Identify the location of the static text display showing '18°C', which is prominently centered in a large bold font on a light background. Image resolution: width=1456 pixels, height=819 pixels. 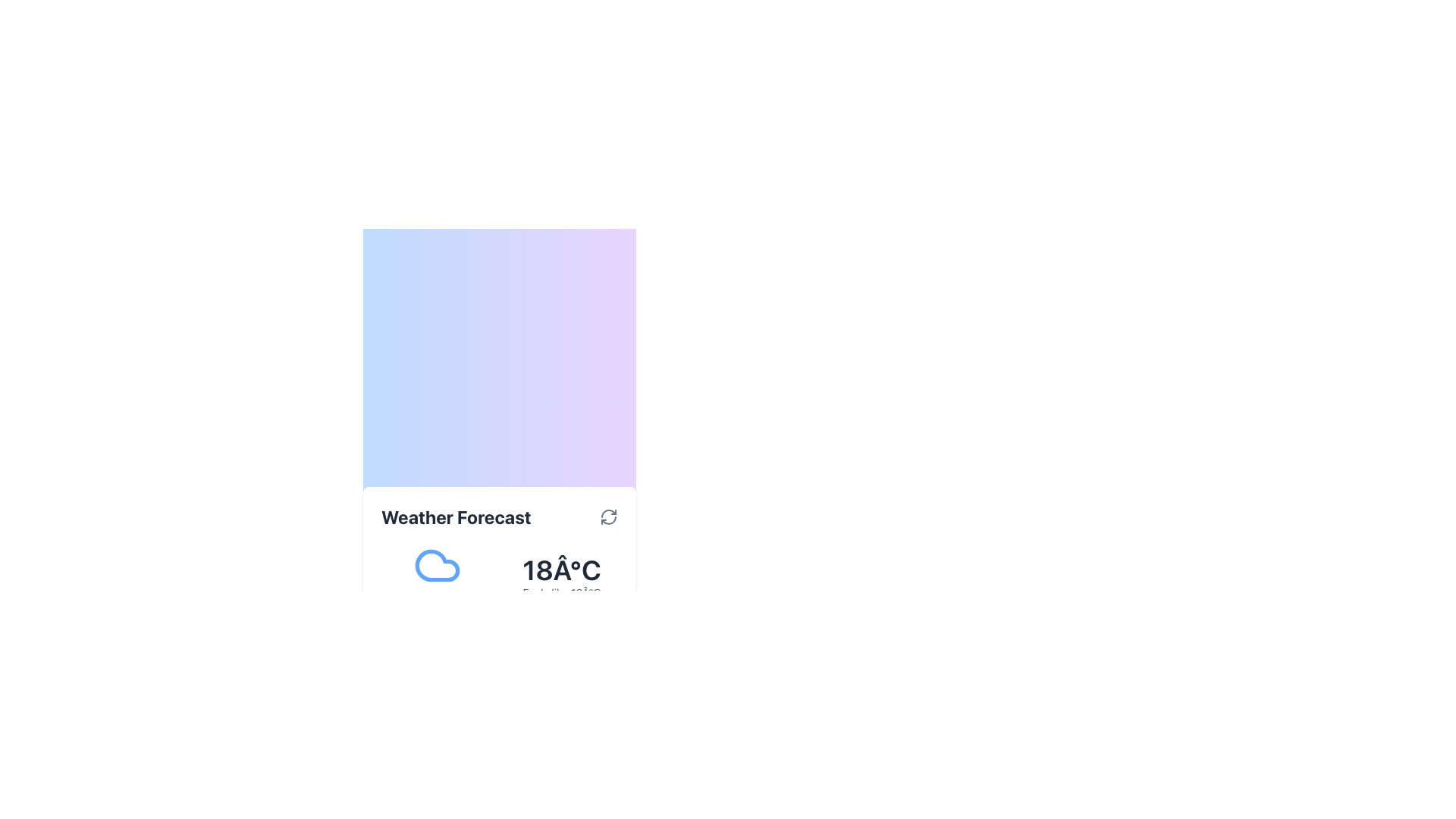
(560, 570).